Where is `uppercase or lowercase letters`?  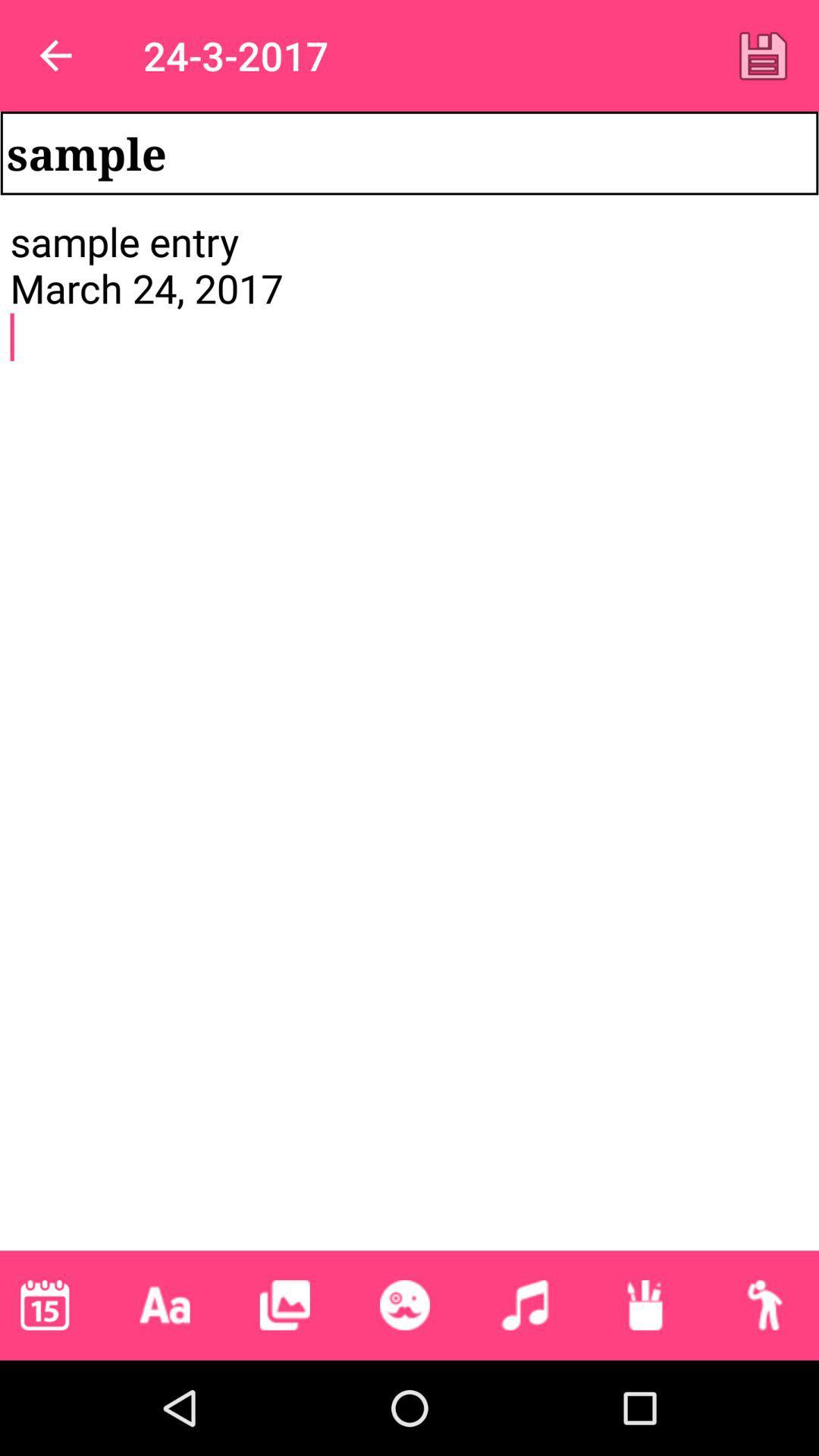 uppercase or lowercase letters is located at coordinates (165, 1304).